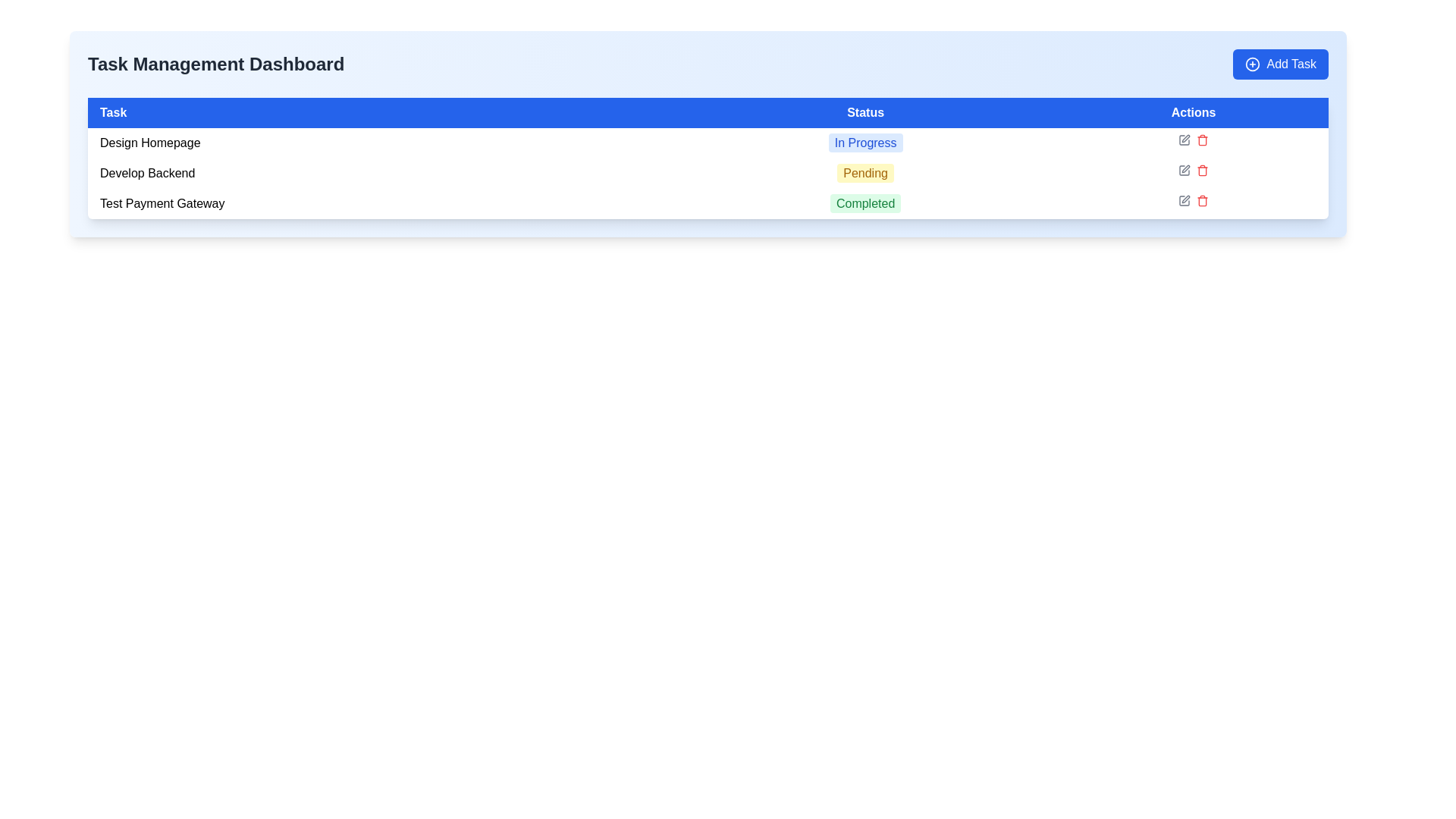 This screenshot has height=819, width=1456. What do you see at coordinates (865, 203) in the screenshot?
I see `the status label indicating completion for the 'Test Payment Gateway' task in the 'Status' column of the table` at bounding box center [865, 203].